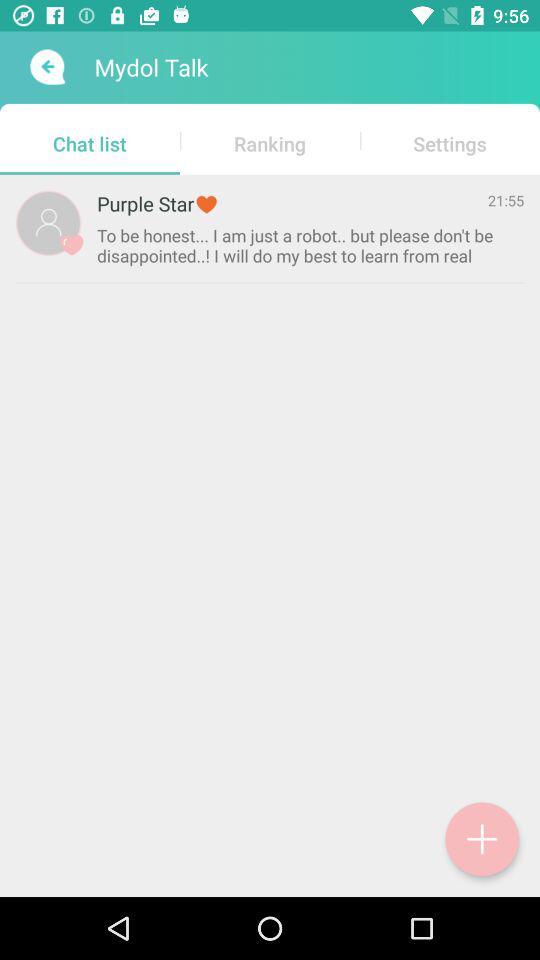 This screenshot has height=960, width=540. Describe the element at coordinates (481, 839) in the screenshot. I see `new chat` at that location.